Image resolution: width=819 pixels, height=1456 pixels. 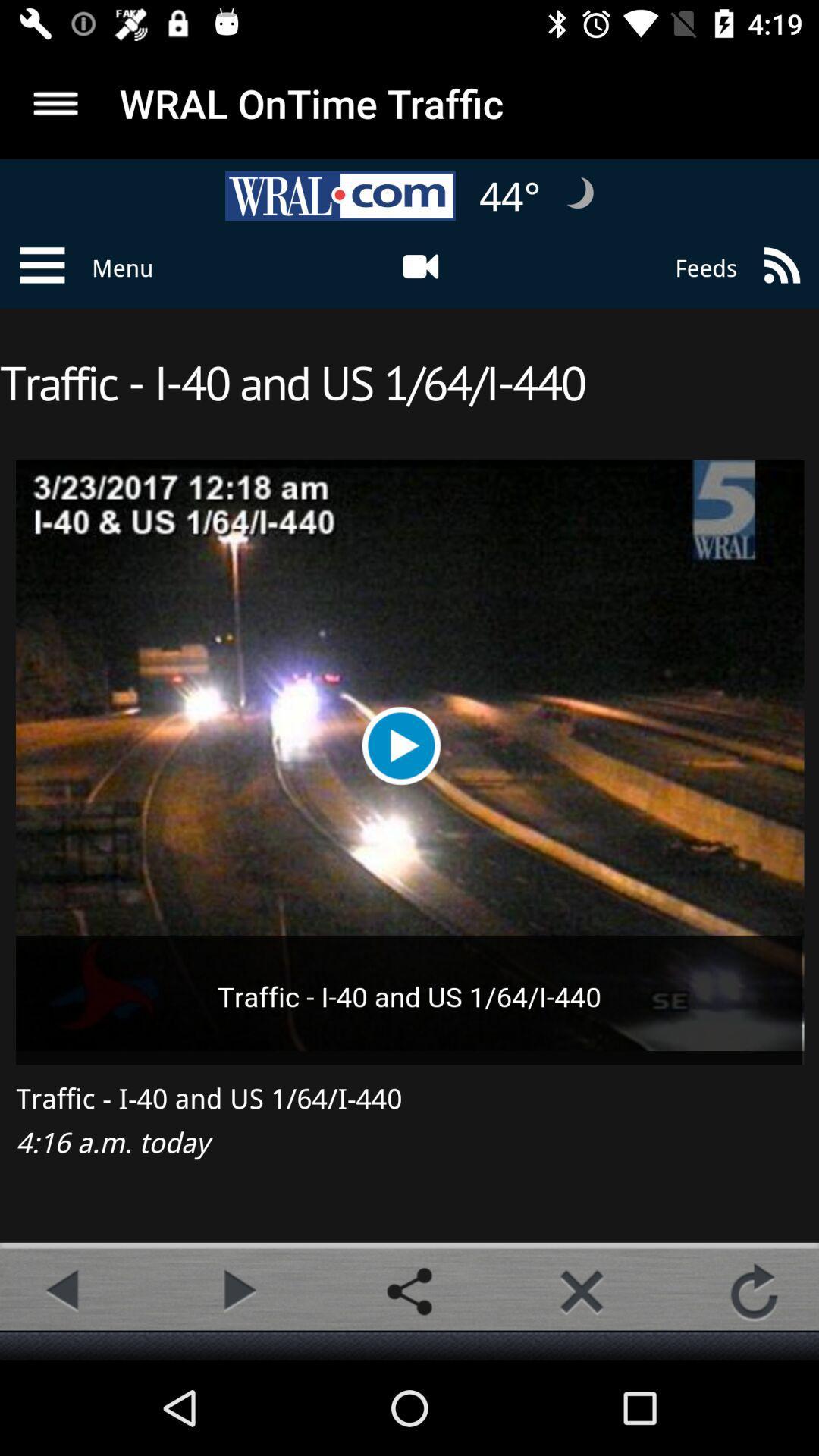 I want to click on next, so click(x=237, y=1291).